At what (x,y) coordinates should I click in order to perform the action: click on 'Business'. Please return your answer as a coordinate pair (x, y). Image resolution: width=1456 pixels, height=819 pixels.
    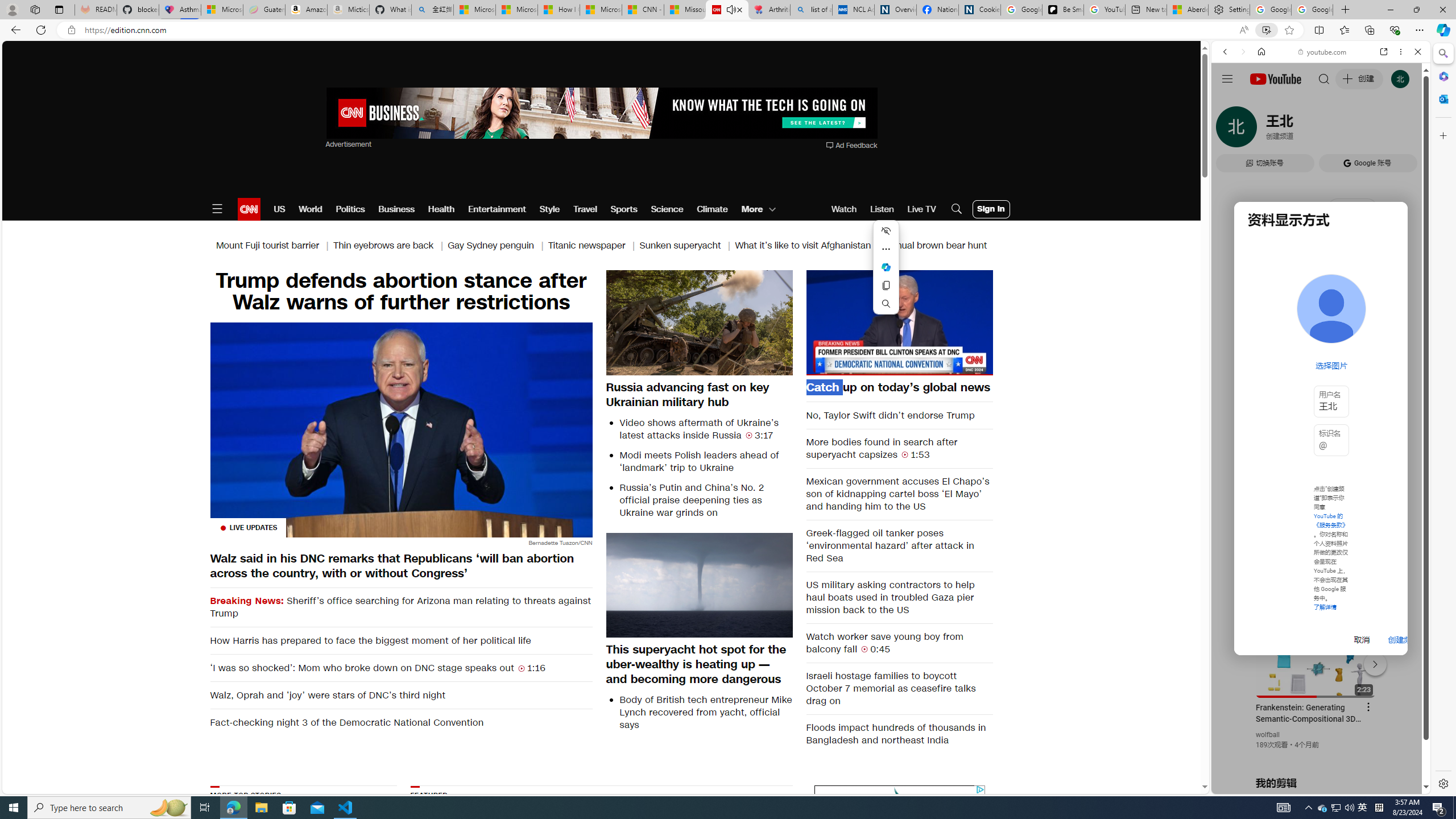
    Looking at the image, I should click on (396, 209).